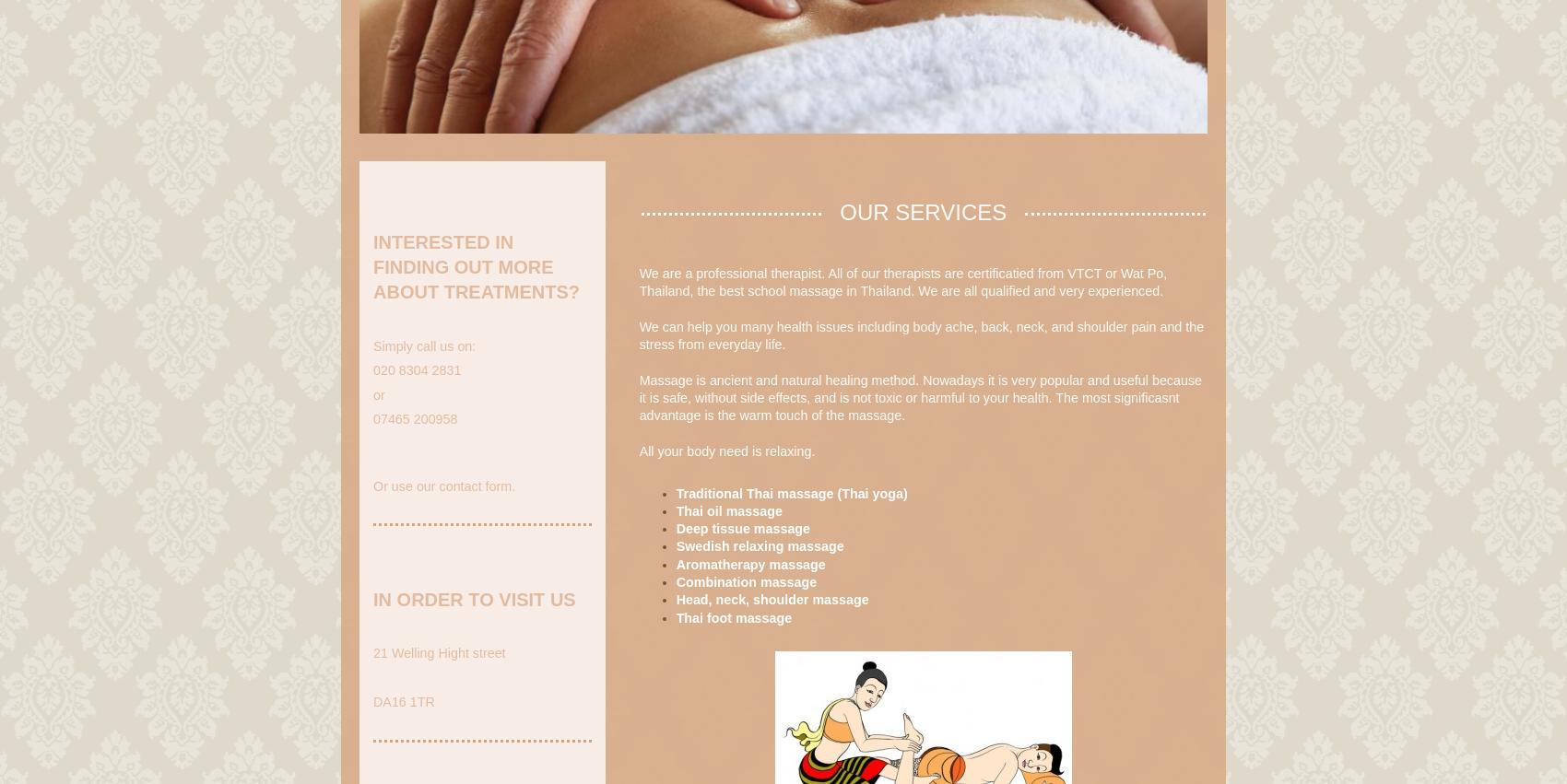  I want to click on 'Combination massage', so click(745, 581).